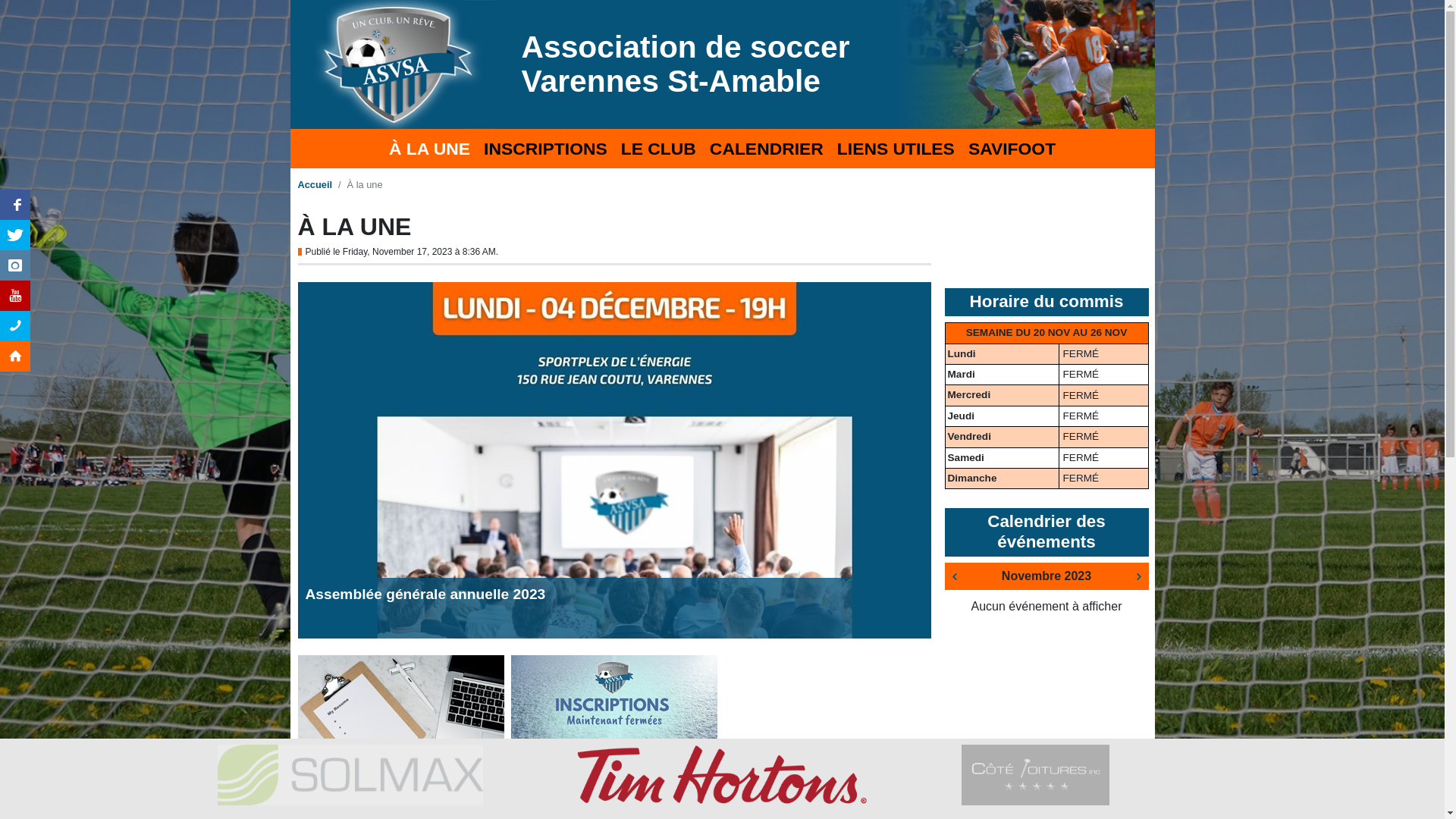  I want to click on 'LIENS UTILES', so click(896, 149).